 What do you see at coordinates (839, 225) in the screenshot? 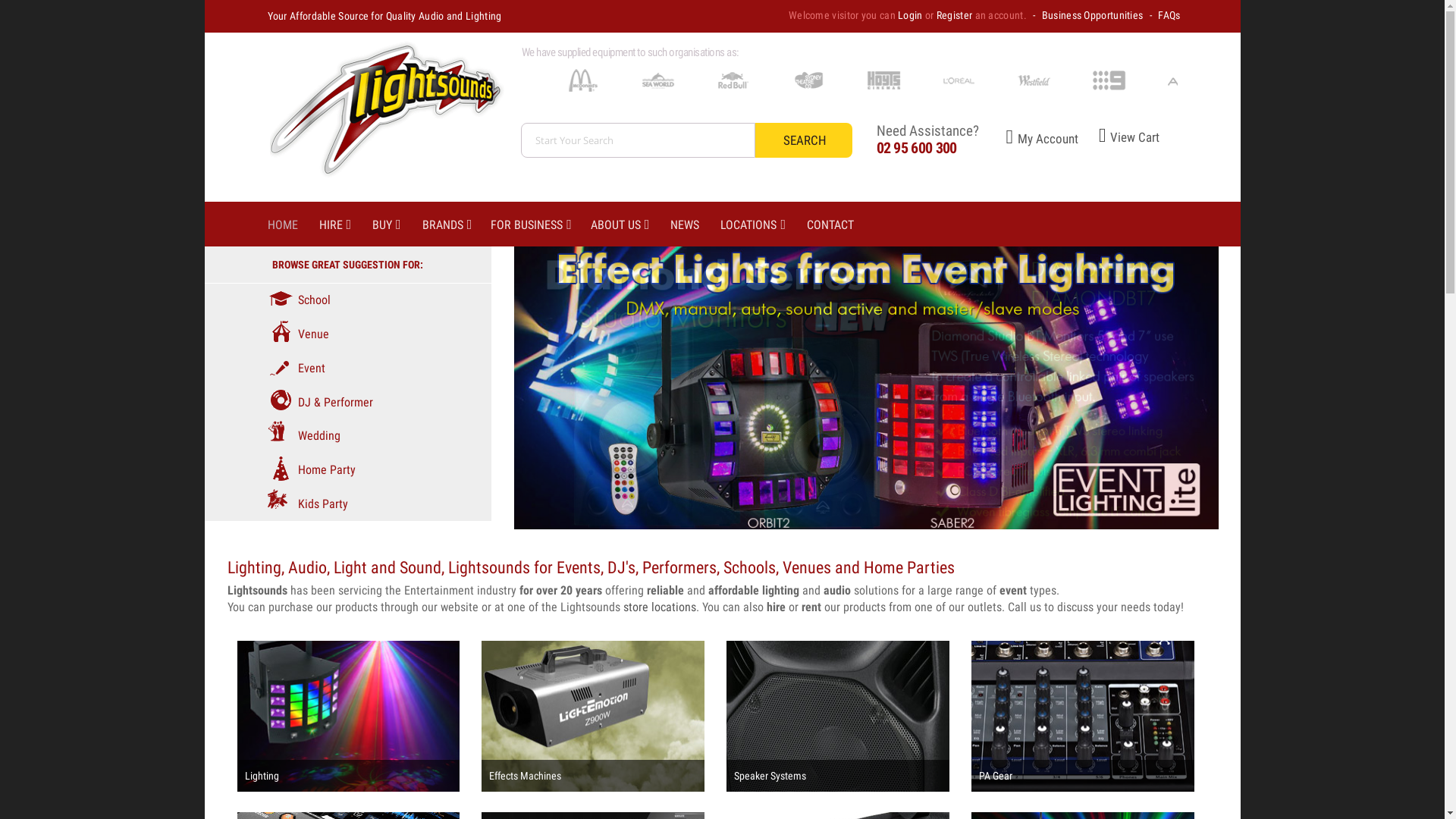
I see `'CONTACT'` at bounding box center [839, 225].